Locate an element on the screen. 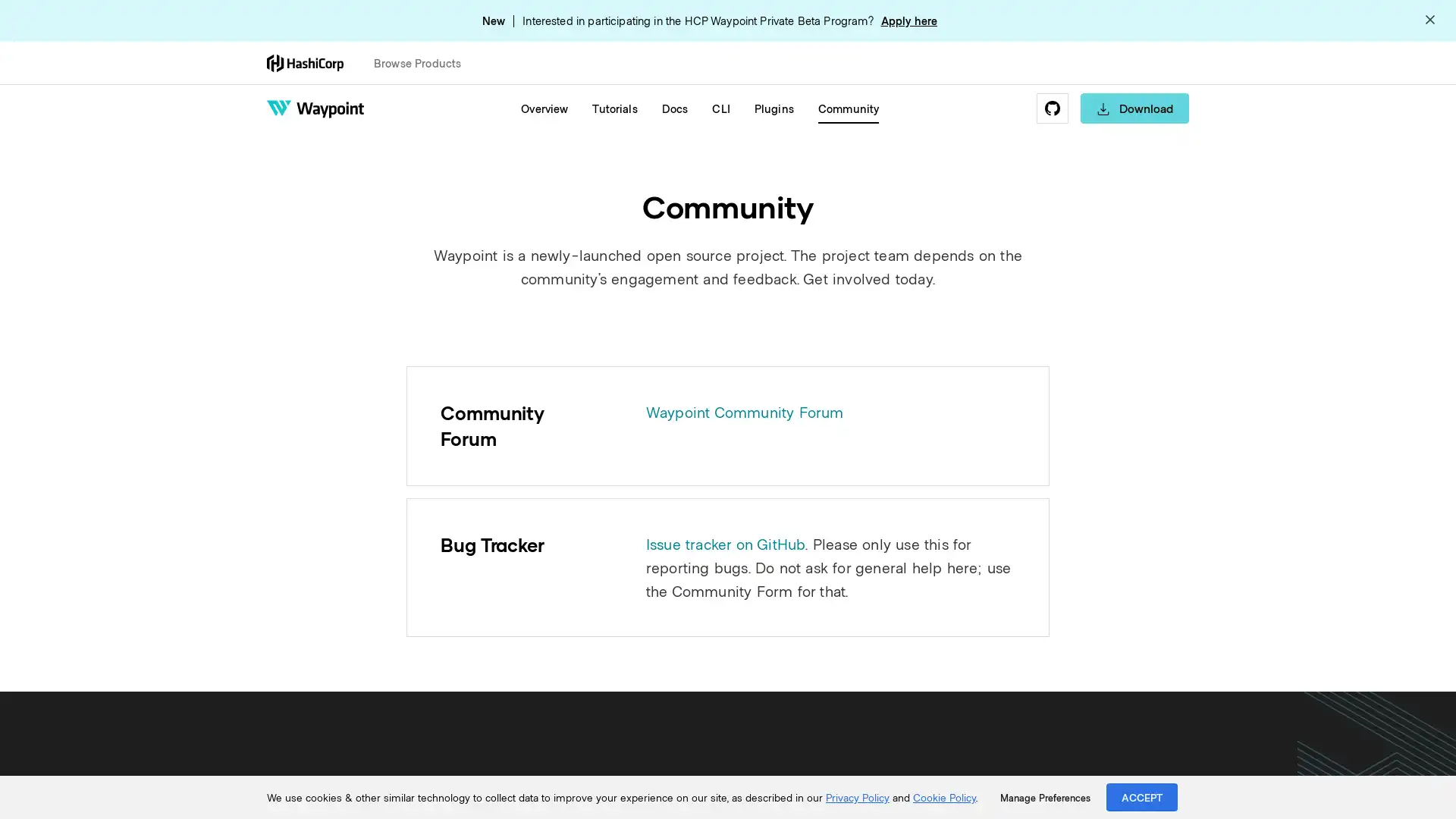  ACCEPT is located at coordinates (1142, 796).